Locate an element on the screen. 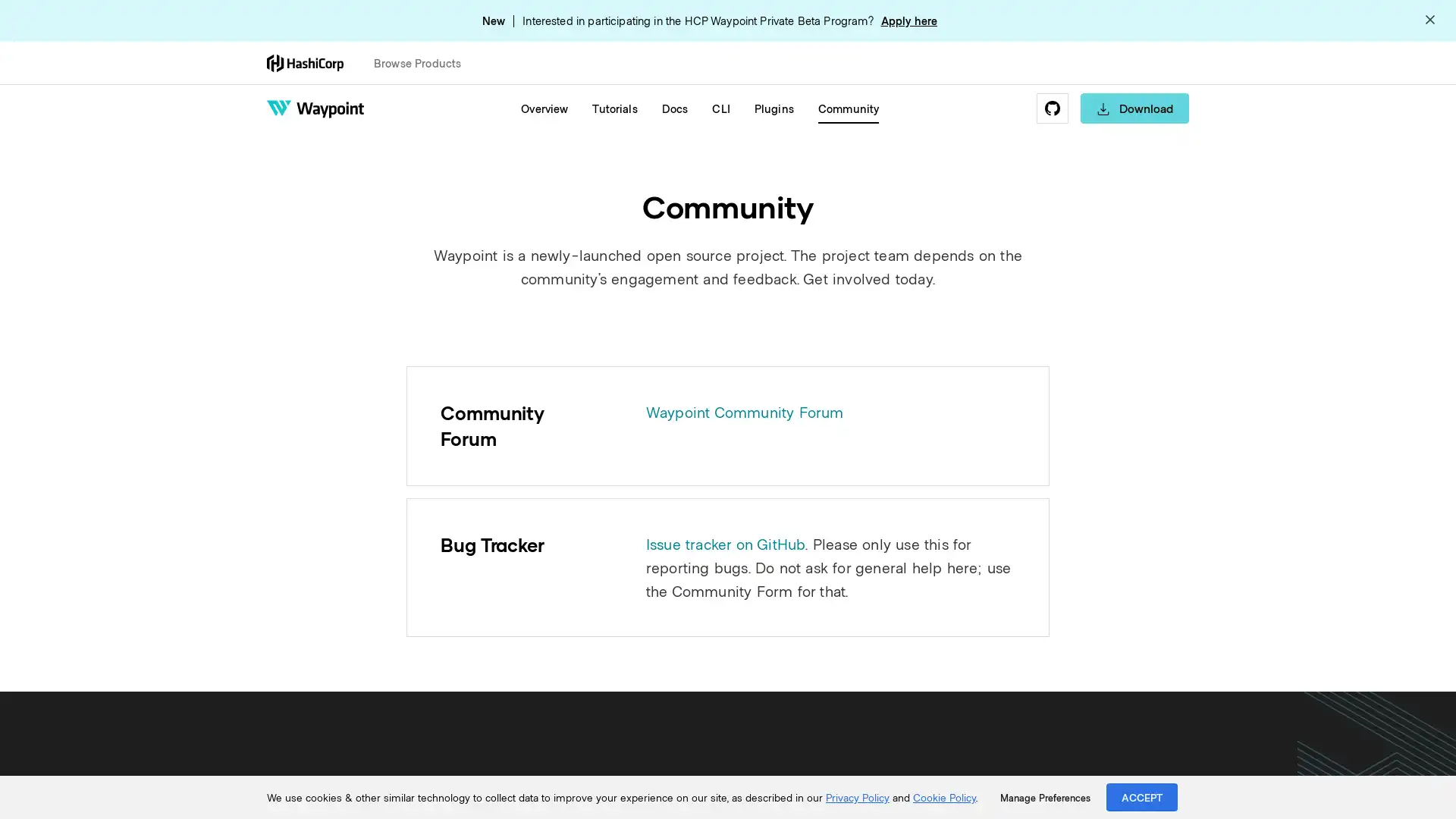  ACCEPT is located at coordinates (1142, 796).